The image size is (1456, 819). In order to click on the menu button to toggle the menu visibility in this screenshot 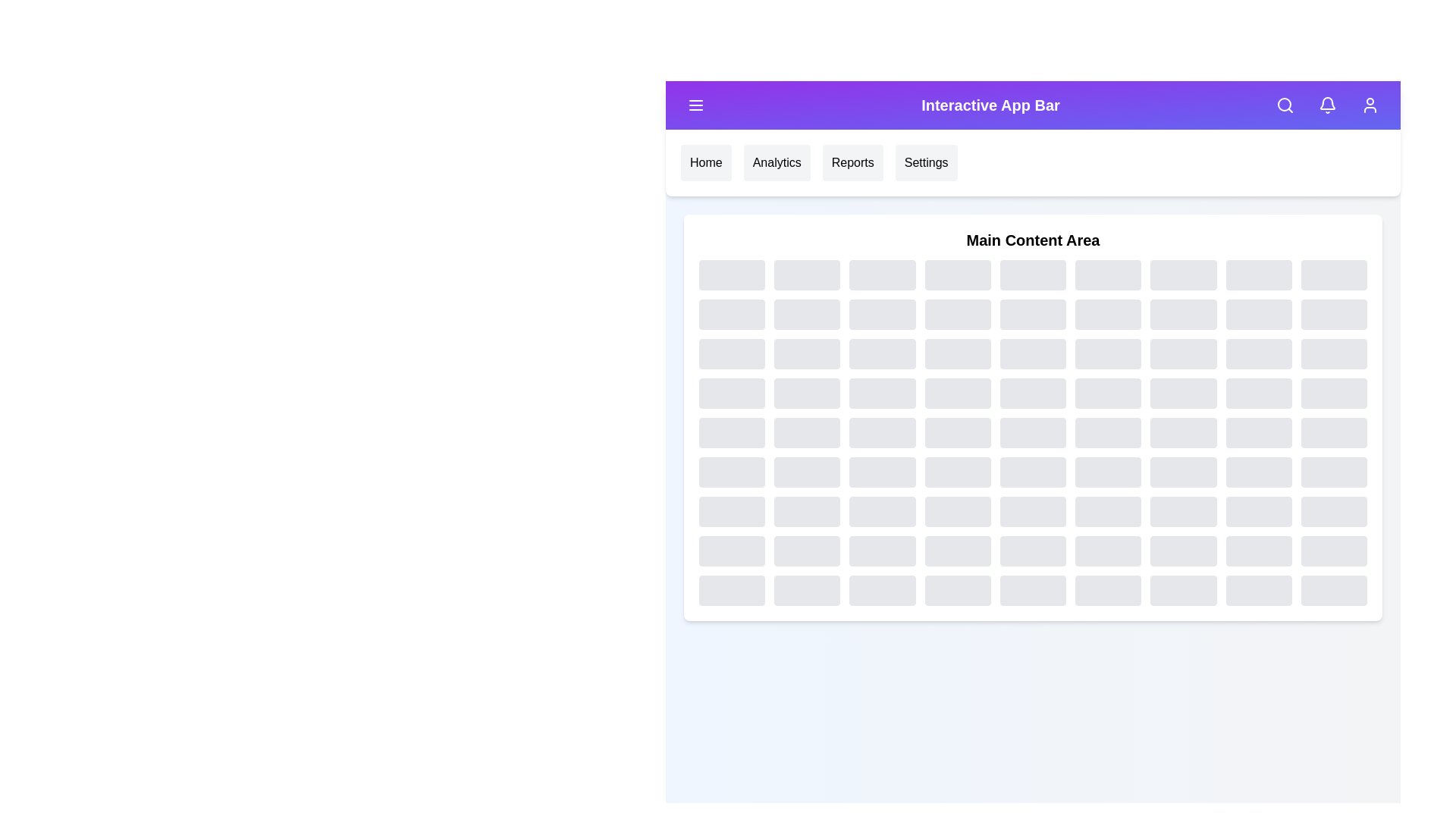, I will do `click(695, 104)`.